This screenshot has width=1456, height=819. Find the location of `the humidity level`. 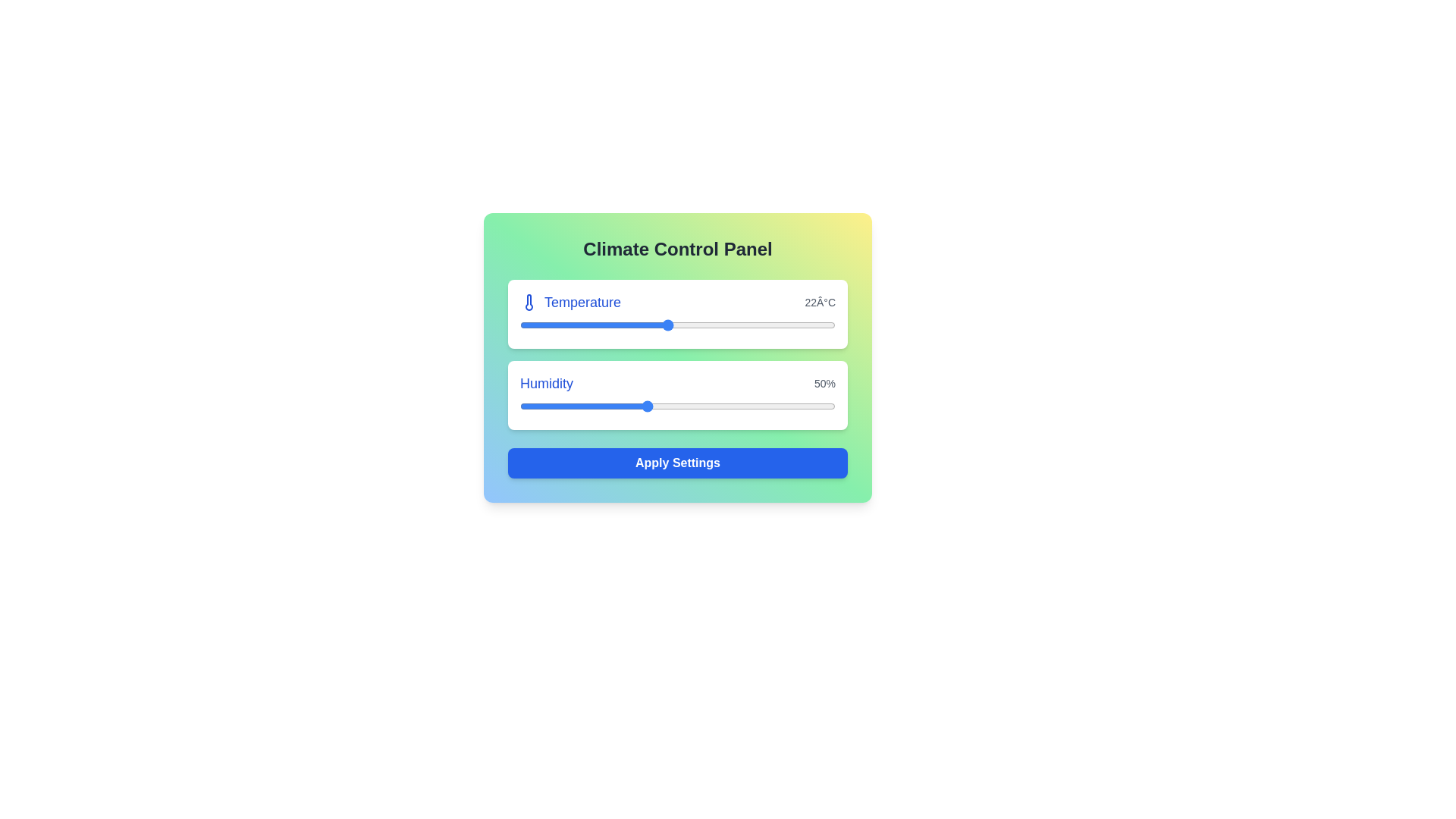

the humidity level is located at coordinates (676, 406).